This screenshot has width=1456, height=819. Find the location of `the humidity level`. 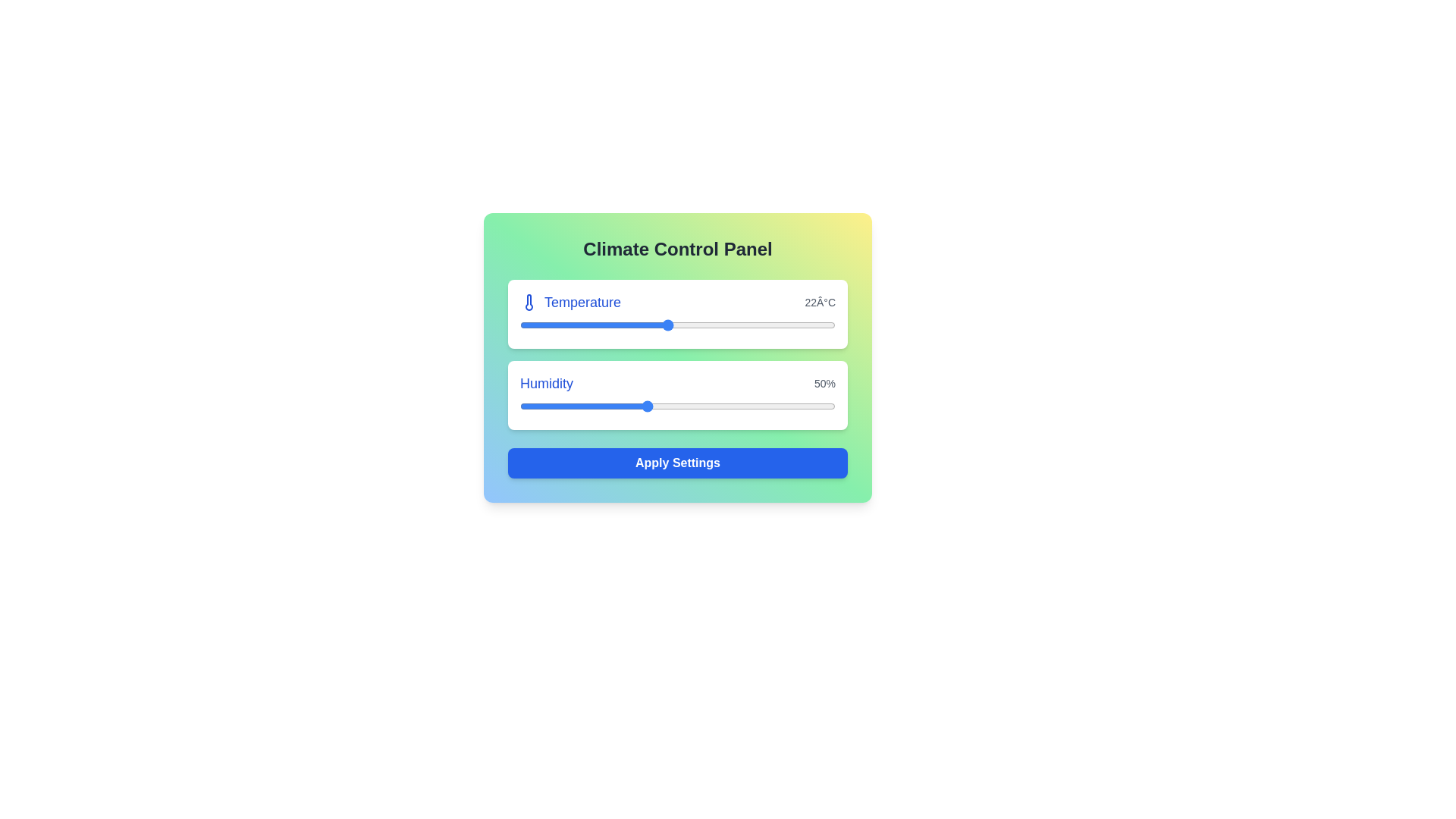

the humidity level is located at coordinates (676, 406).